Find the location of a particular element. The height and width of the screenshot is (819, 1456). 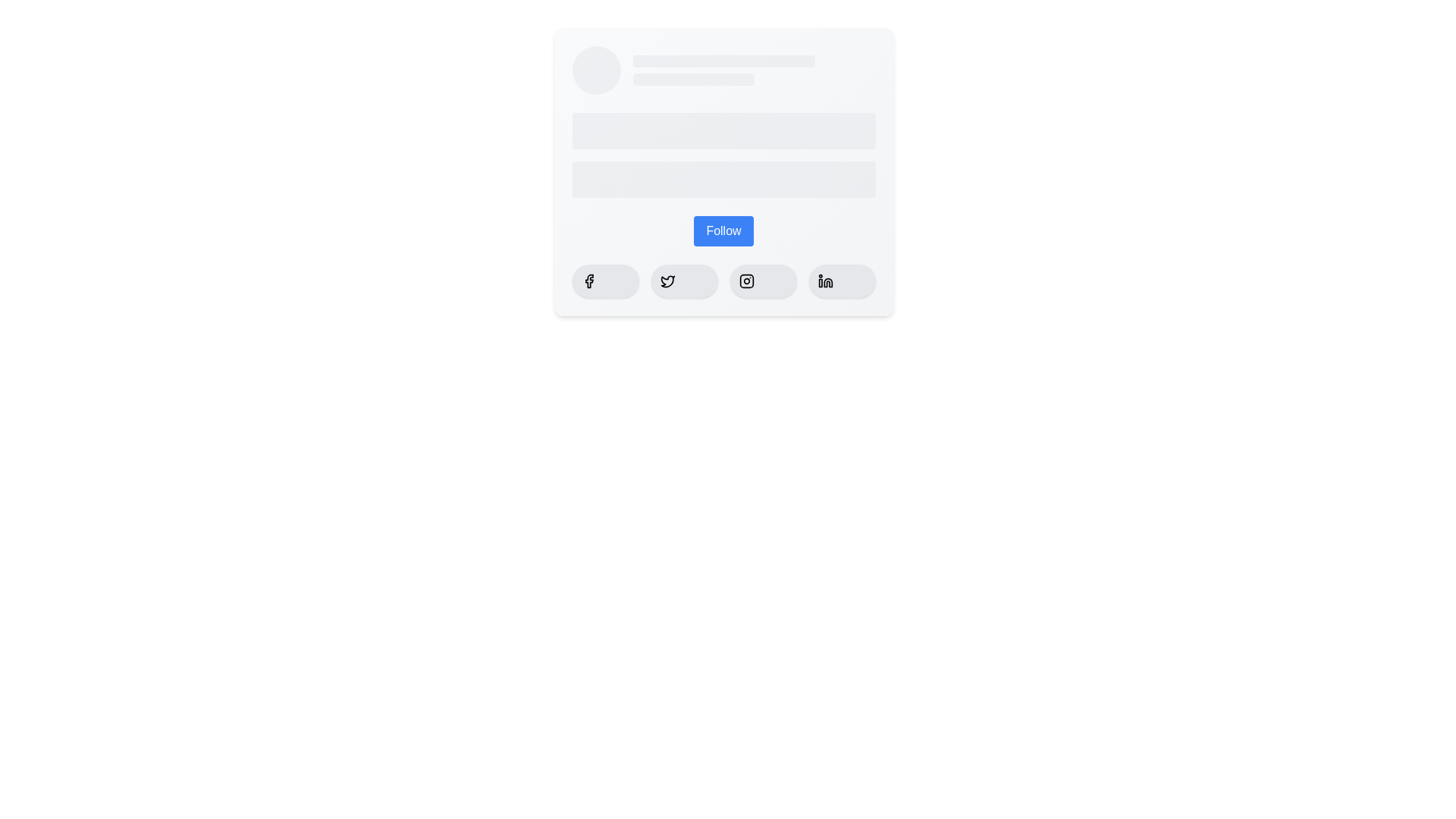

the Twitter button, which is the second button from the left in the grid of buttons is located at coordinates (683, 281).